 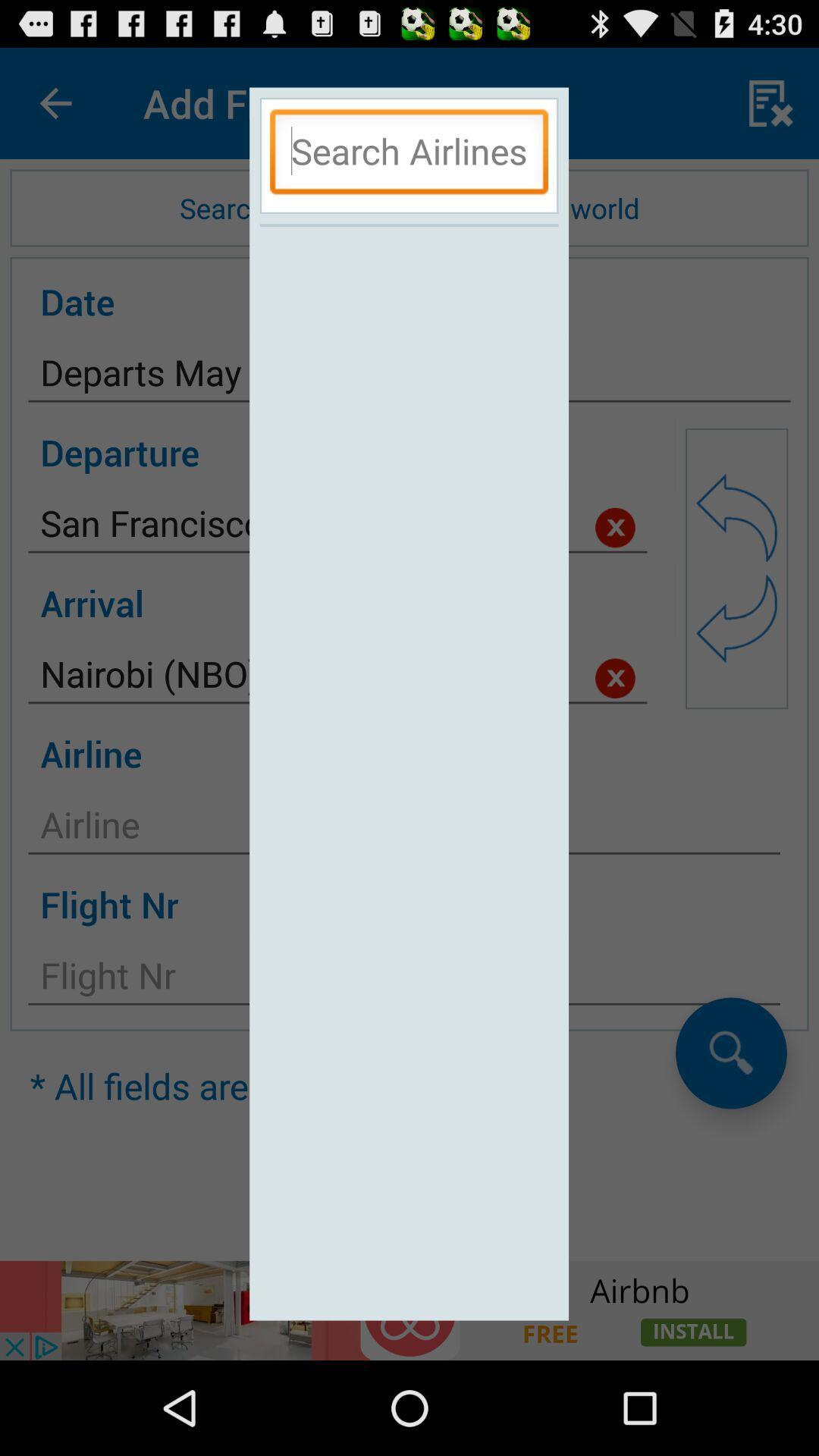 I want to click on text box airline search, so click(x=408, y=155).